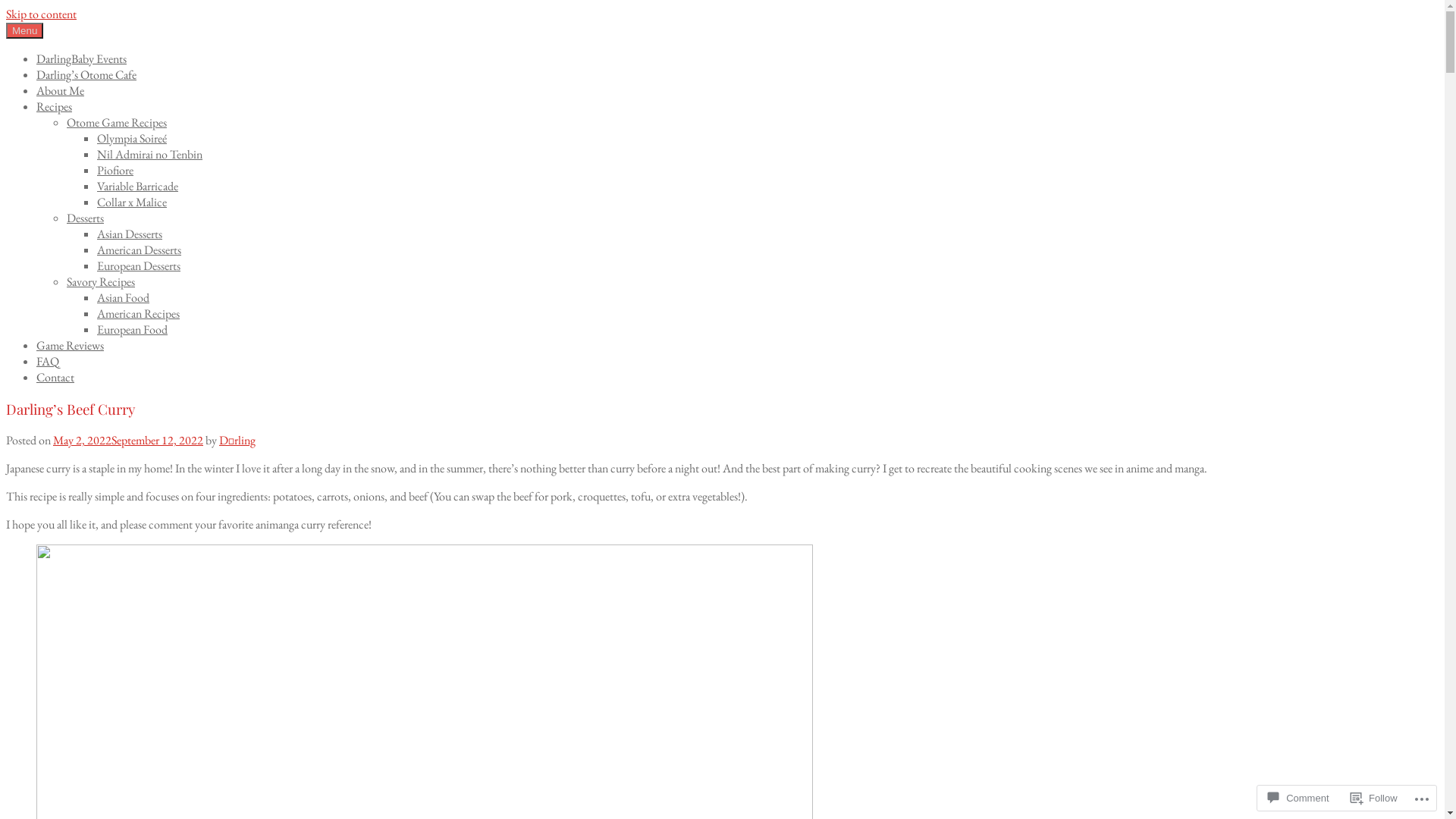 The height and width of the screenshot is (819, 1456). I want to click on 'Contact', so click(55, 376).